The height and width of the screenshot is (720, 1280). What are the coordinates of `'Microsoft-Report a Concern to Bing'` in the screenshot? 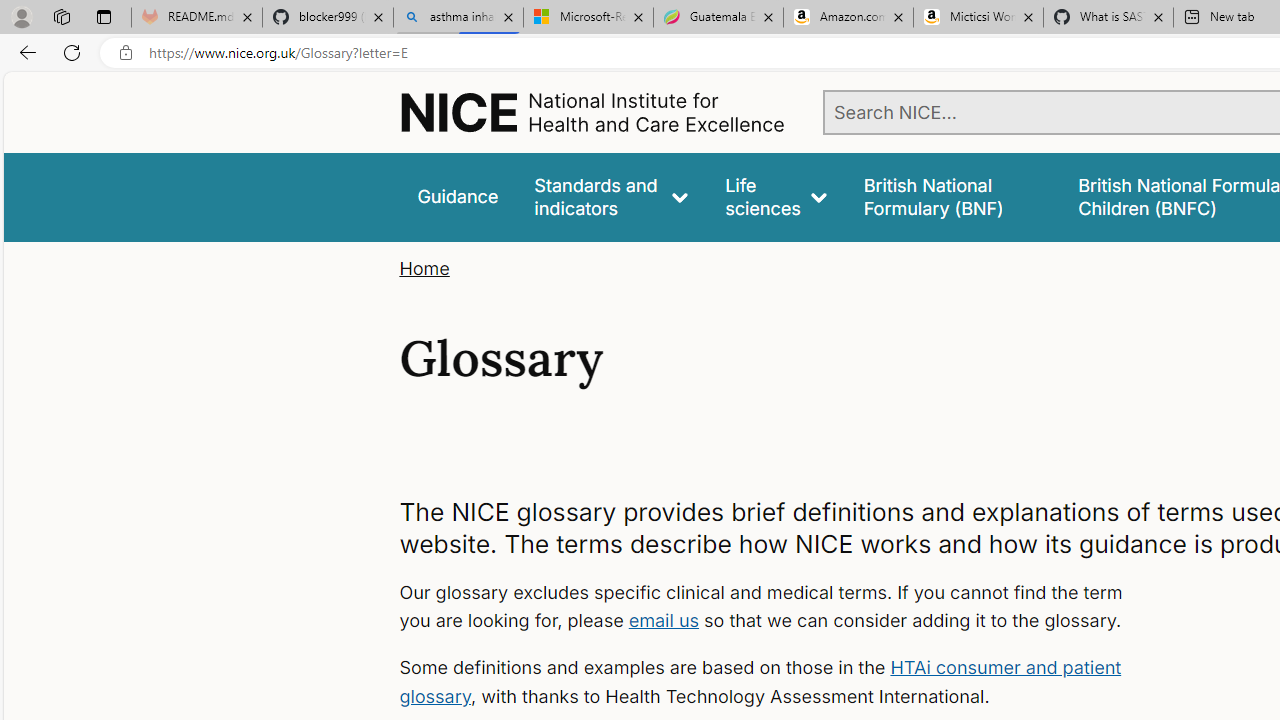 It's located at (587, 17).